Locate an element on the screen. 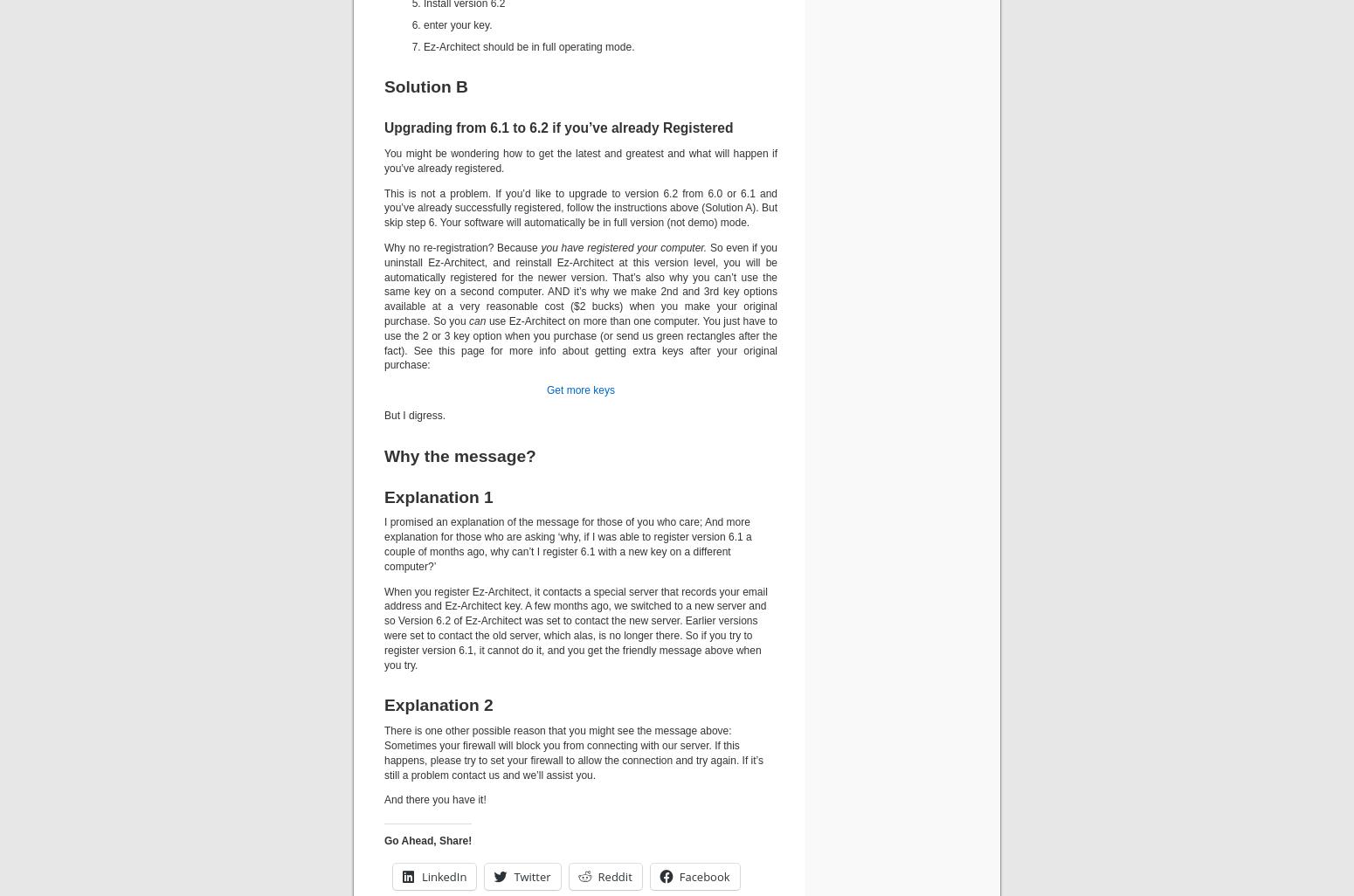  'But I digress.' is located at coordinates (414, 414).